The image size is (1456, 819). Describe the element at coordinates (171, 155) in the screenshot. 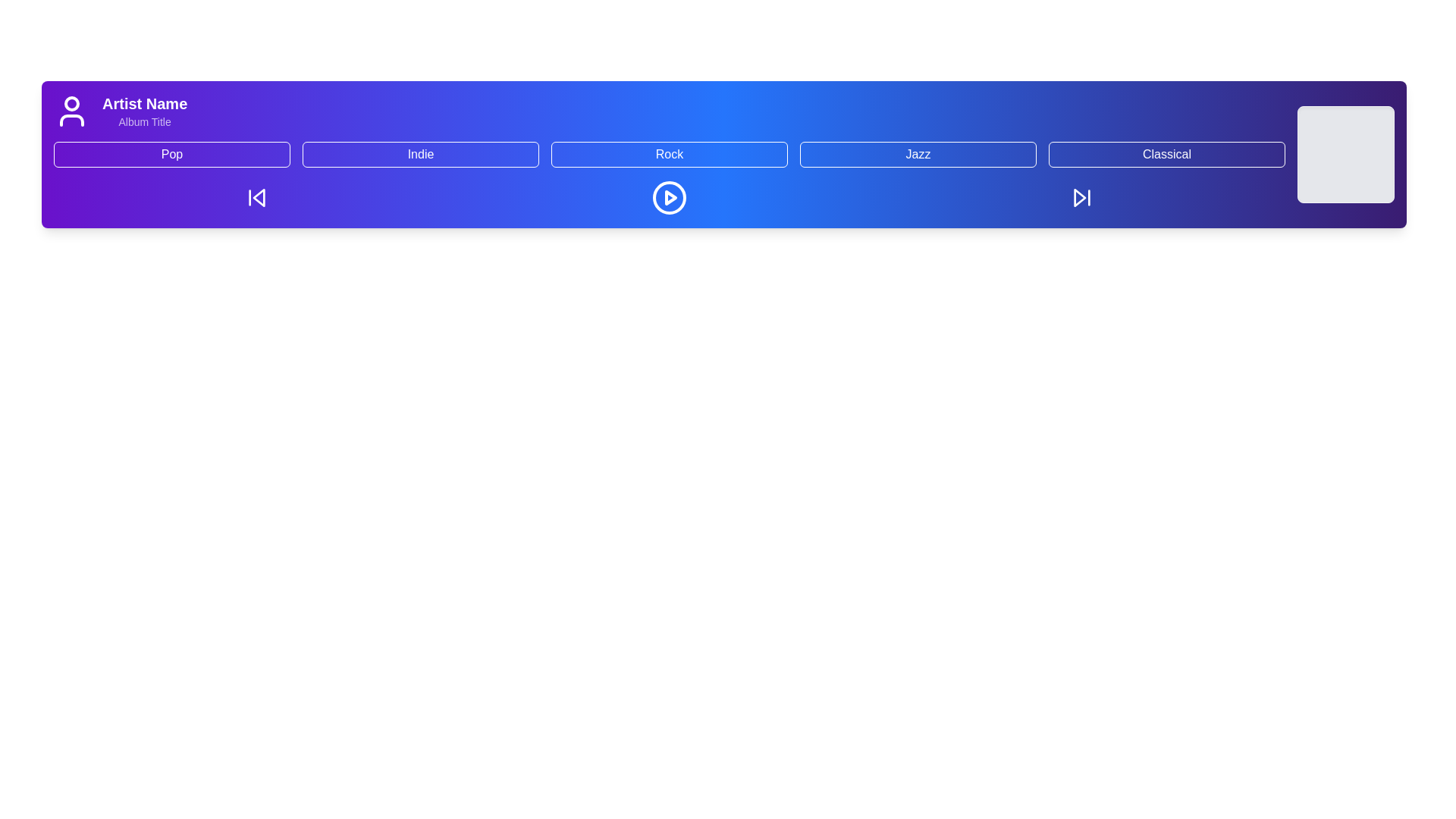

I see `the first button in the horizontal row` at that location.